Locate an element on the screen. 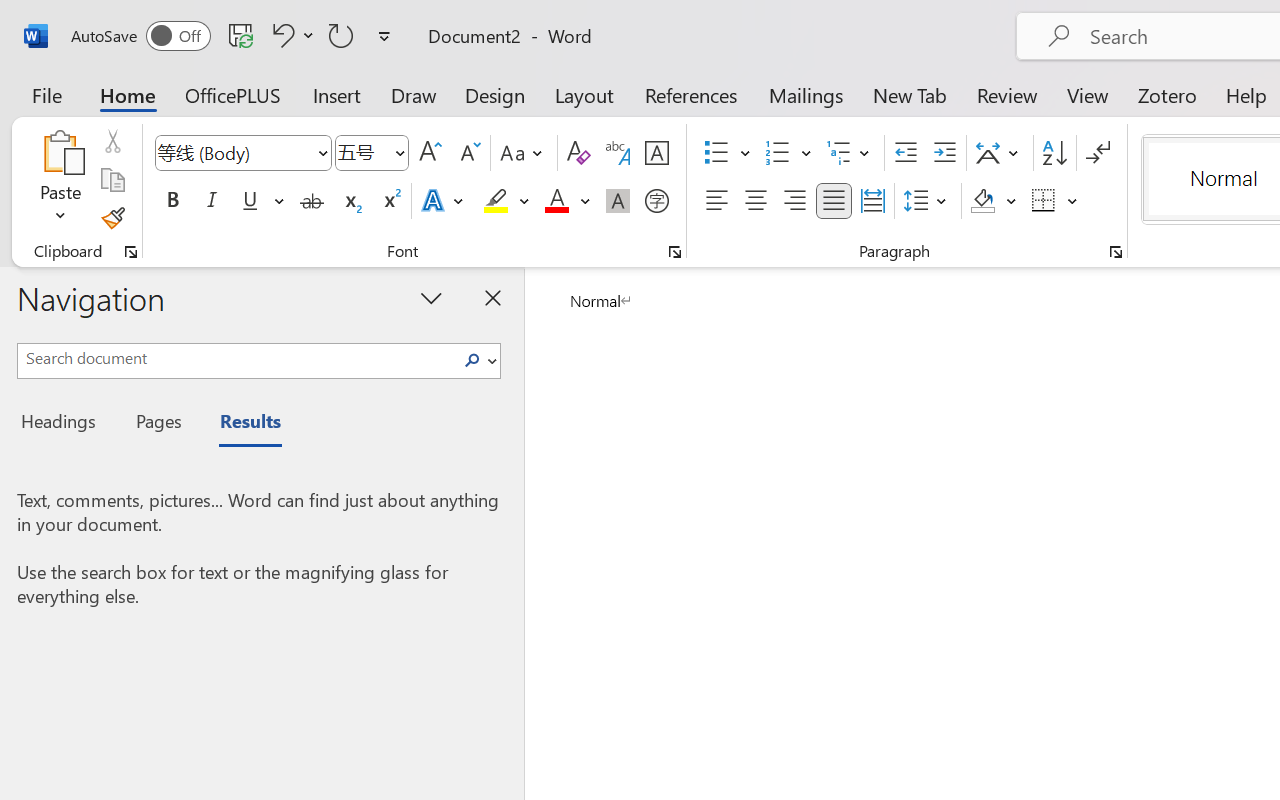  'Multilevel List' is located at coordinates (850, 153).